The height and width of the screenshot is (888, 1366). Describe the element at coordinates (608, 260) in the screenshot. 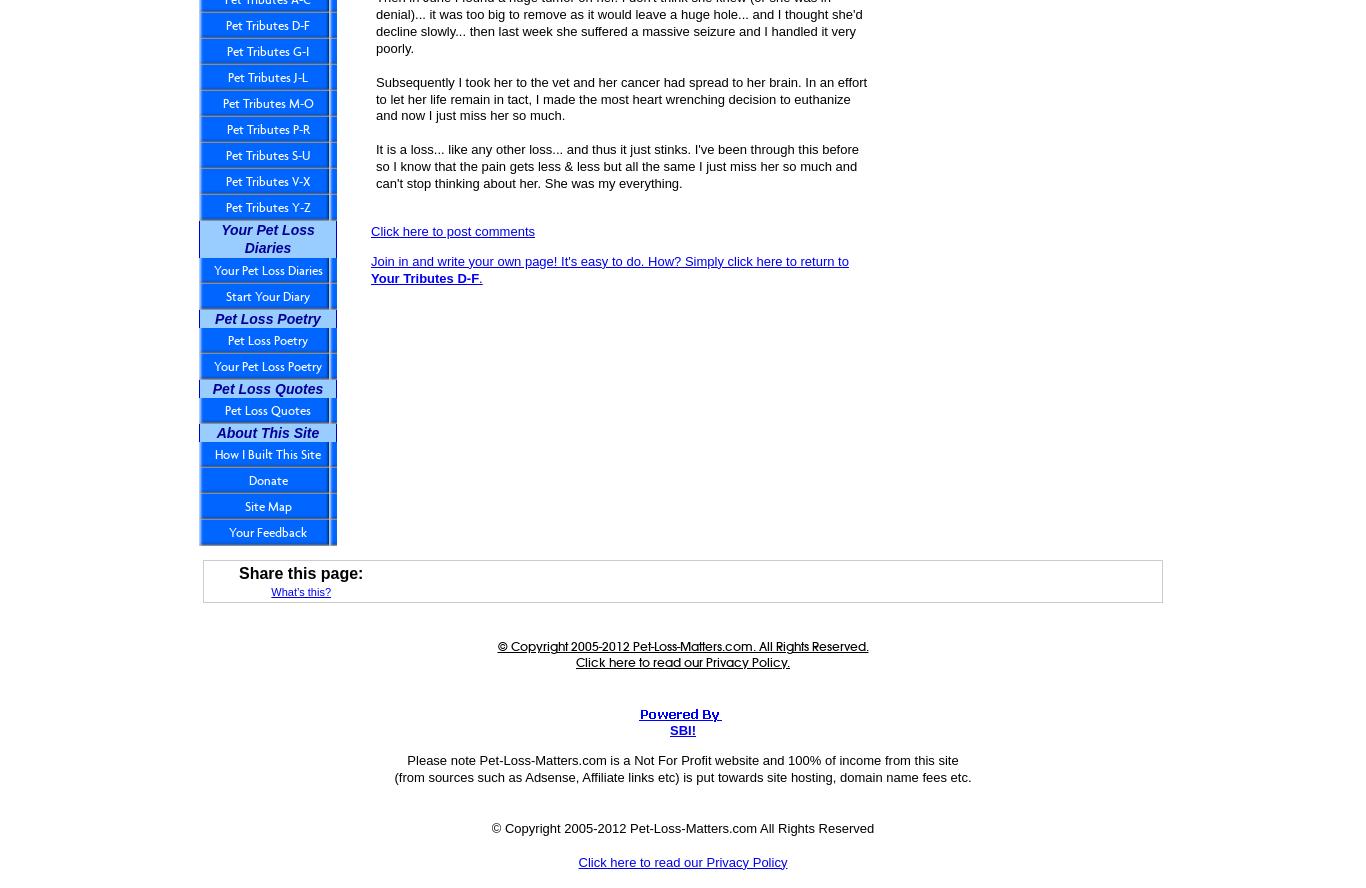

I see `'Join in and write your own page! It's easy to do. How? Simply click here to return to'` at that location.